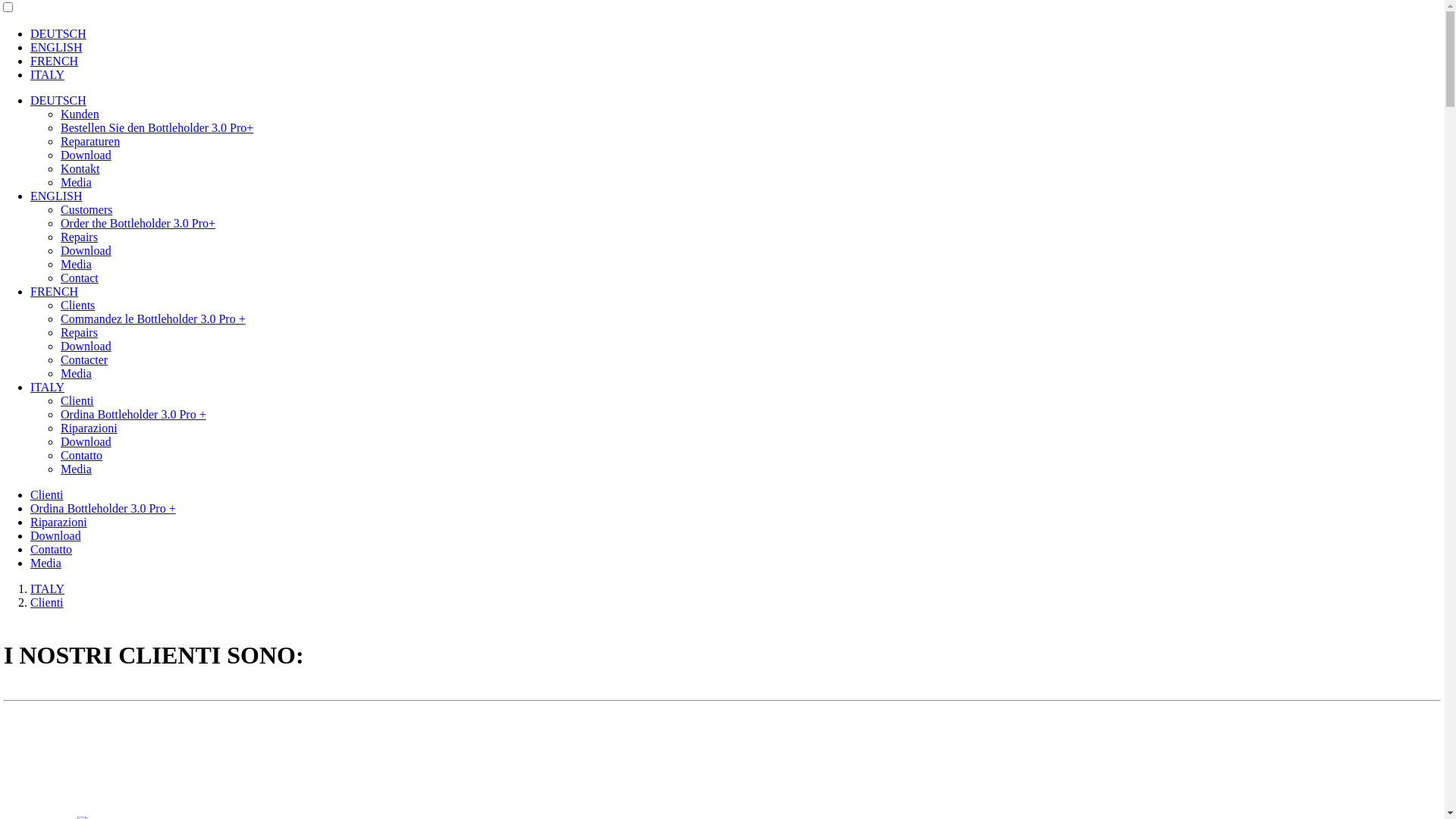 The image size is (1456, 819). What do you see at coordinates (79, 278) in the screenshot?
I see `'Contact'` at bounding box center [79, 278].